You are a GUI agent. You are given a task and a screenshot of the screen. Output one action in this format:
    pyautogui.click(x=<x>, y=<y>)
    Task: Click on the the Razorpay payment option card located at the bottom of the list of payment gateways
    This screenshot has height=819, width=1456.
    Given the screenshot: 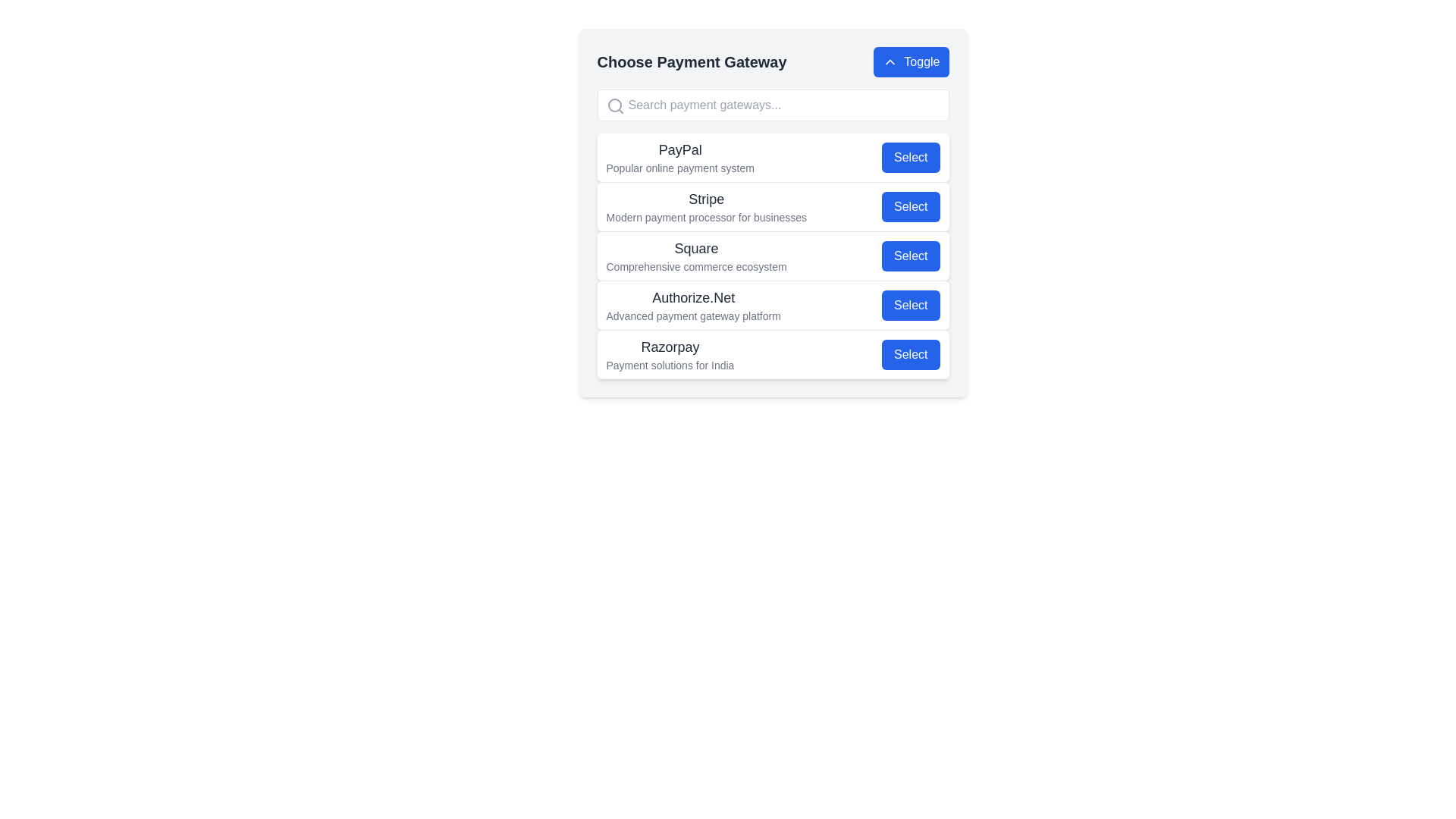 What is the action you would take?
    pyautogui.click(x=773, y=354)
    